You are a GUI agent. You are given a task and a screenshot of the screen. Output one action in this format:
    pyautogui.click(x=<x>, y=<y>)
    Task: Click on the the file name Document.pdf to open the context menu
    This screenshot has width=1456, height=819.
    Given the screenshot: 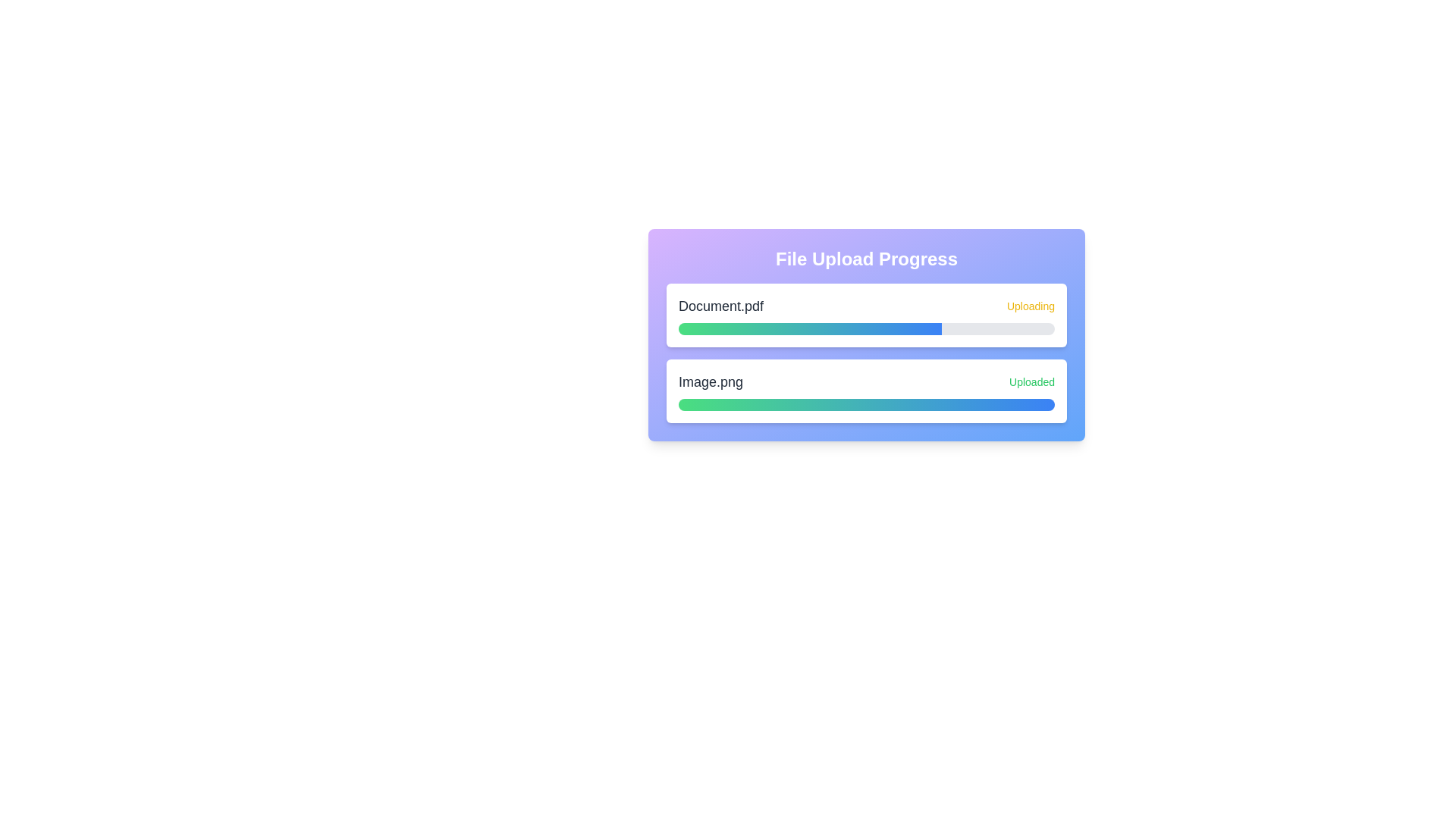 What is the action you would take?
    pyautogui.click(x=720, y=306)
    